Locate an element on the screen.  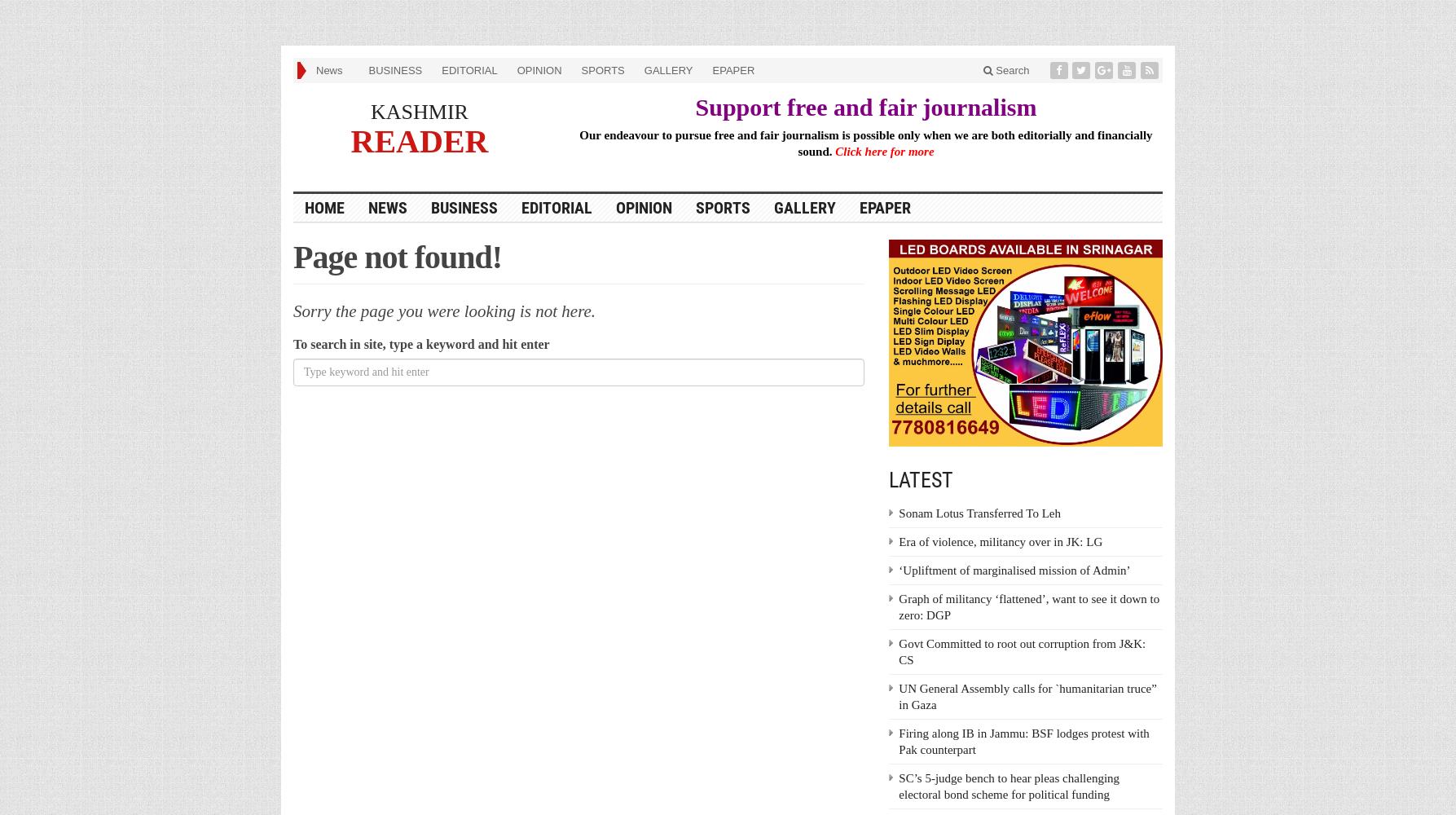
'GALLERY' is located at coordinates (668, 69).